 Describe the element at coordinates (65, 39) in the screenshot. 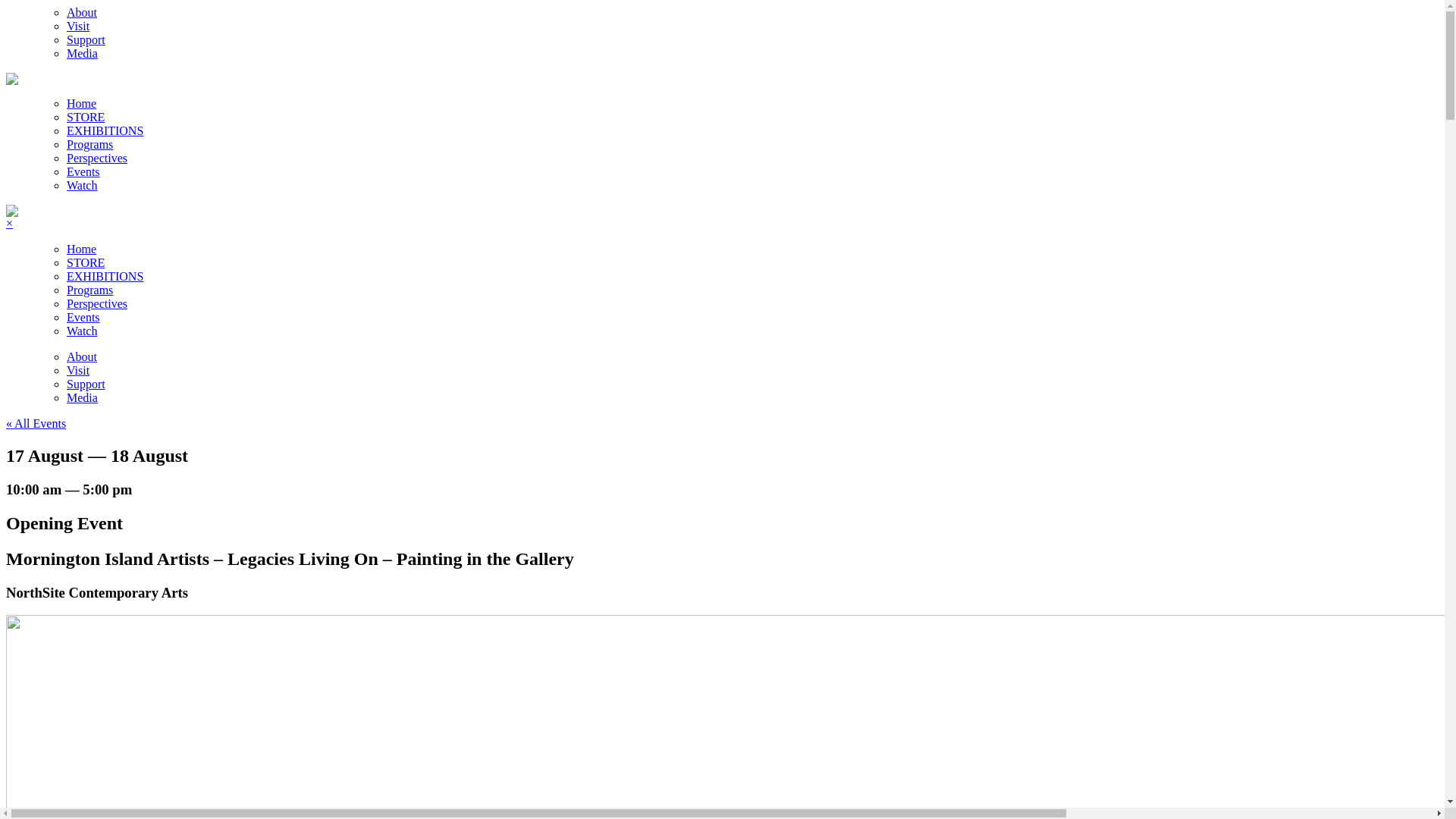

I see `'Support'` at that location.